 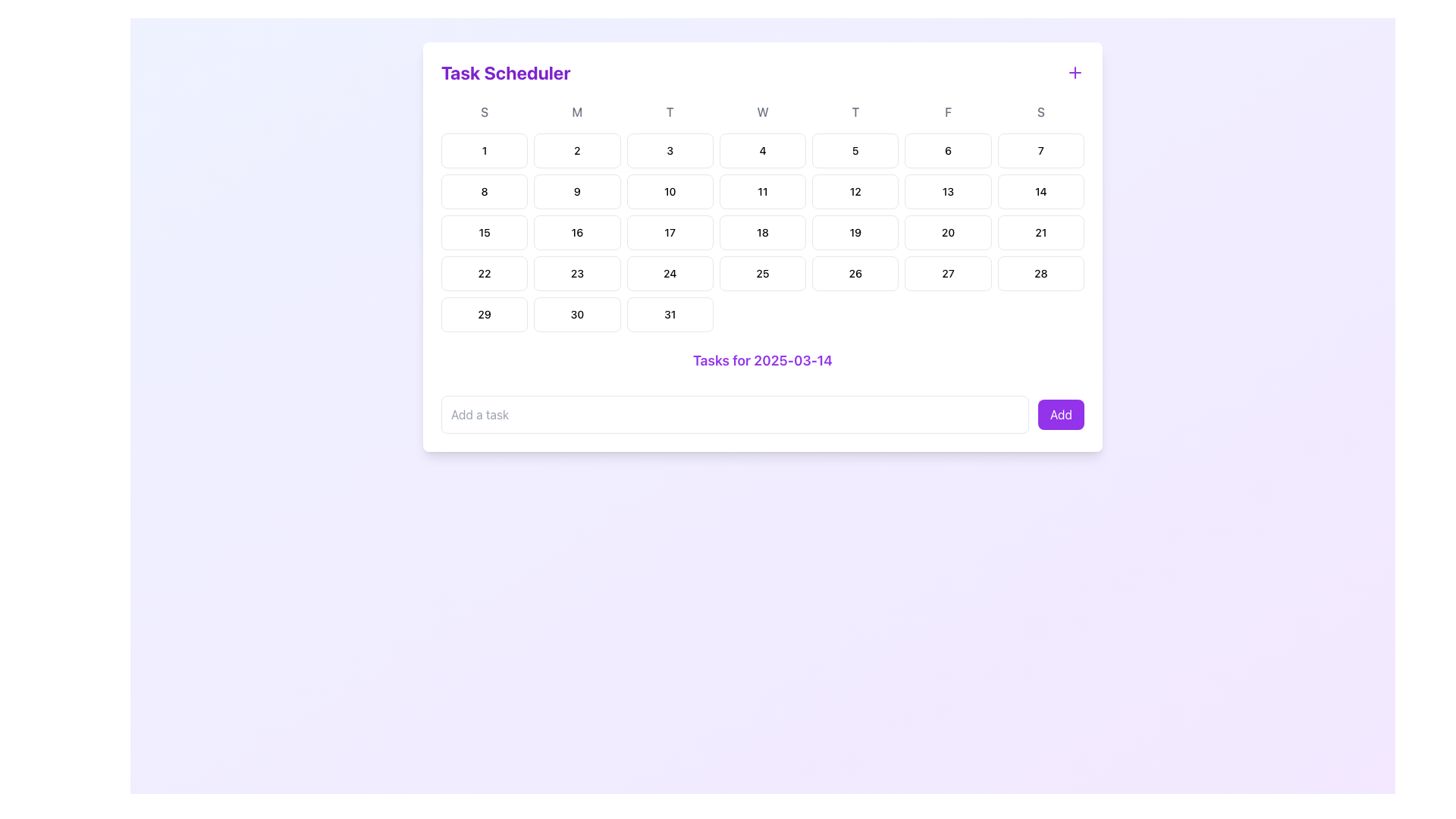 What do you see at coordinates (1040, 274) in the screenshot?
I see `the button labeled '28' in the last row and seventh column of the calendar grid` at bounding box center [1040, 274].